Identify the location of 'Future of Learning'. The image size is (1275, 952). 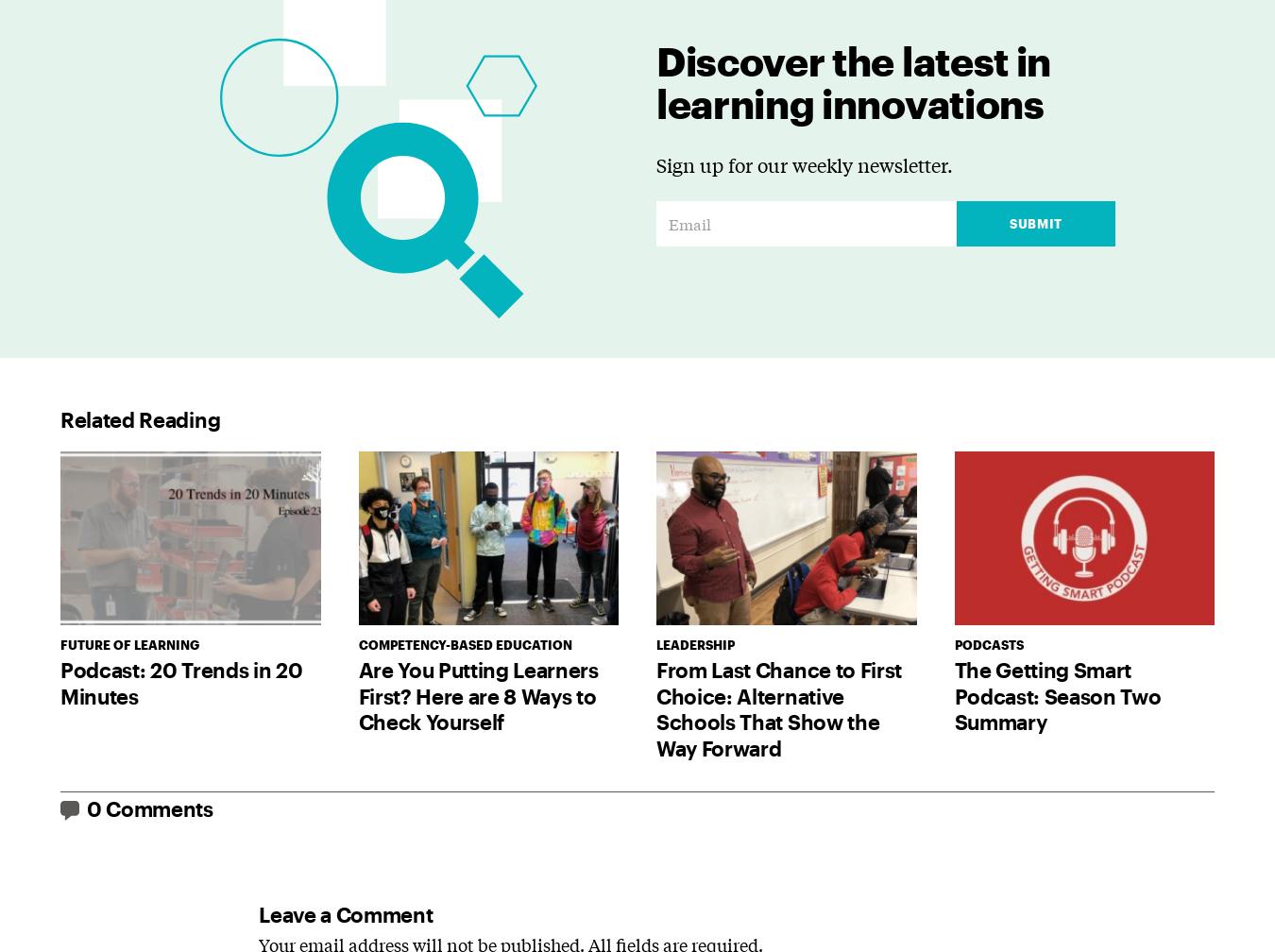
(129, 644).